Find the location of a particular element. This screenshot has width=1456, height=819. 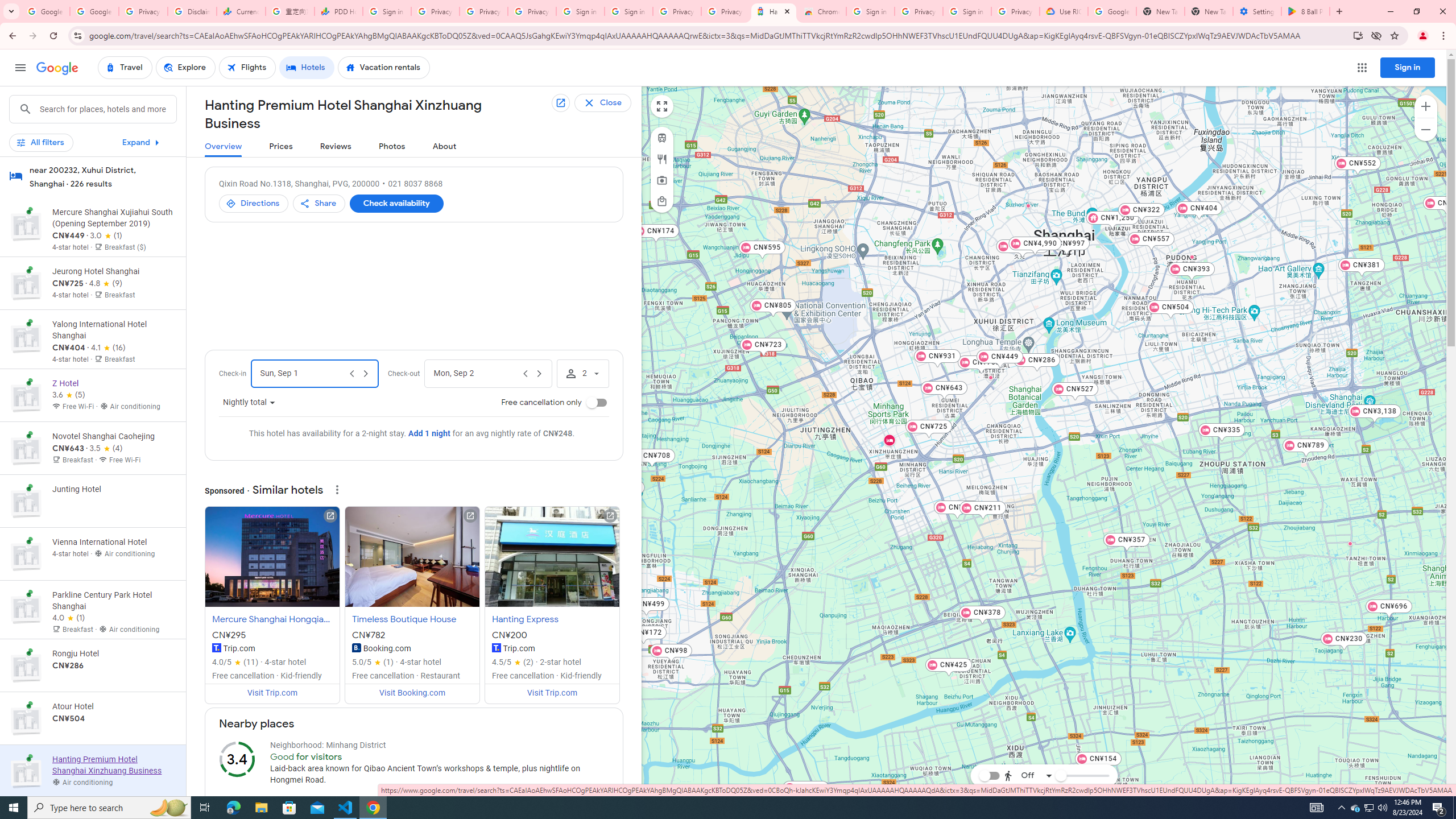

'Expand' is located at coordinates (142, 142).